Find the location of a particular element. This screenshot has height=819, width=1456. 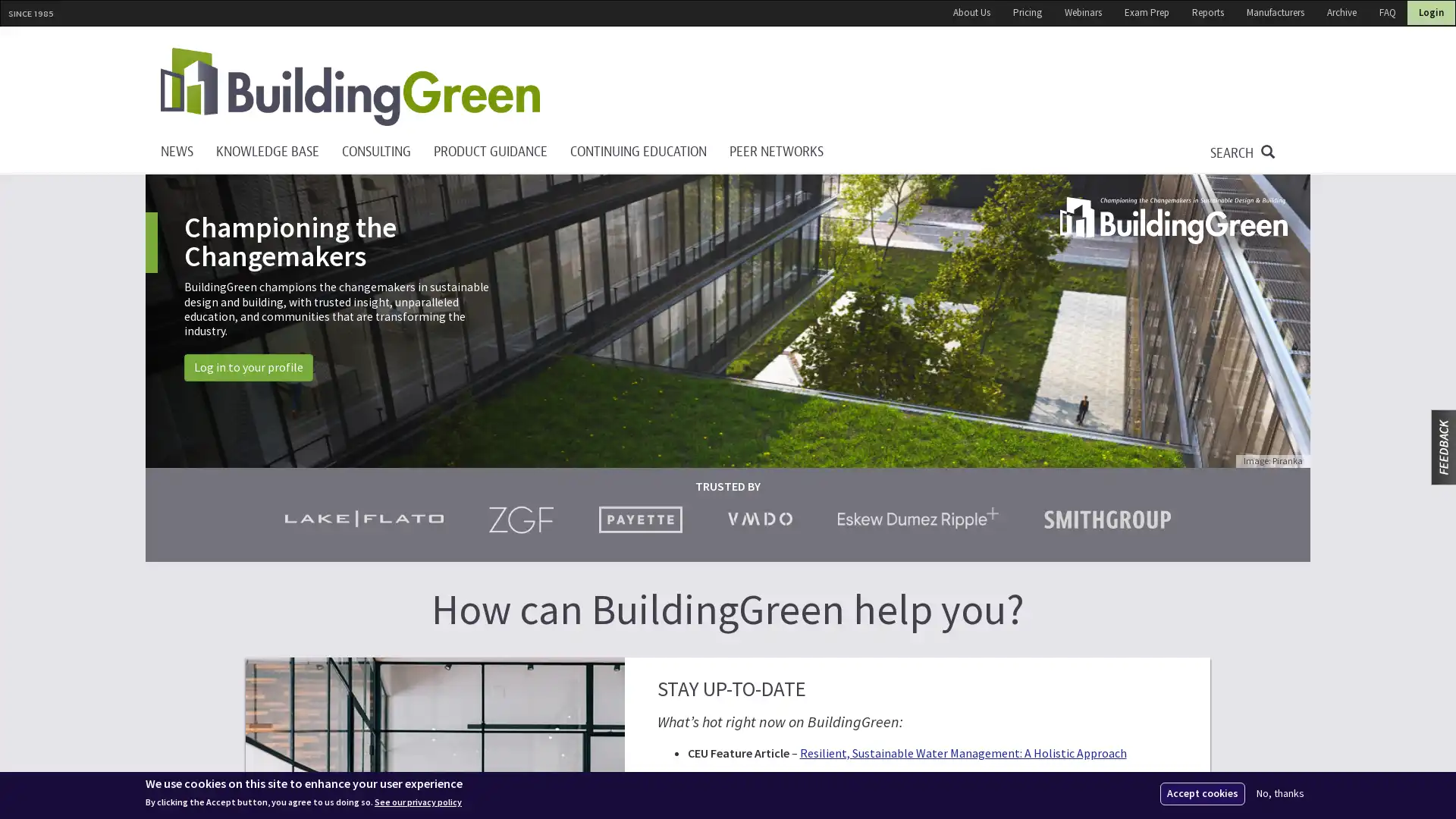

No, thanks is located at coordinates (1279, 792).